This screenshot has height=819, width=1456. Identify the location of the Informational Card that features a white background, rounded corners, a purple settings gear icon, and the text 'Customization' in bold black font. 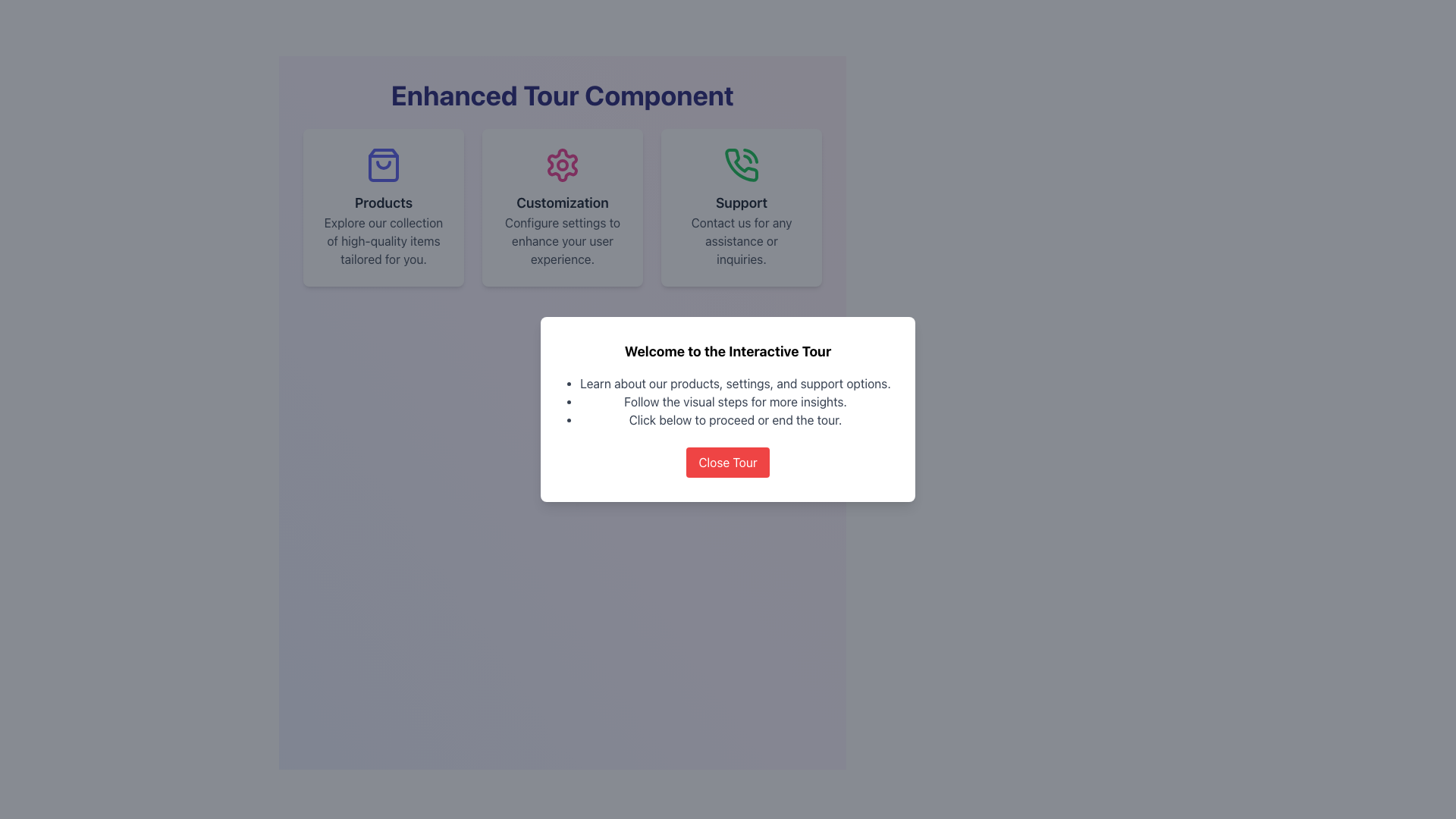
(562, 207).